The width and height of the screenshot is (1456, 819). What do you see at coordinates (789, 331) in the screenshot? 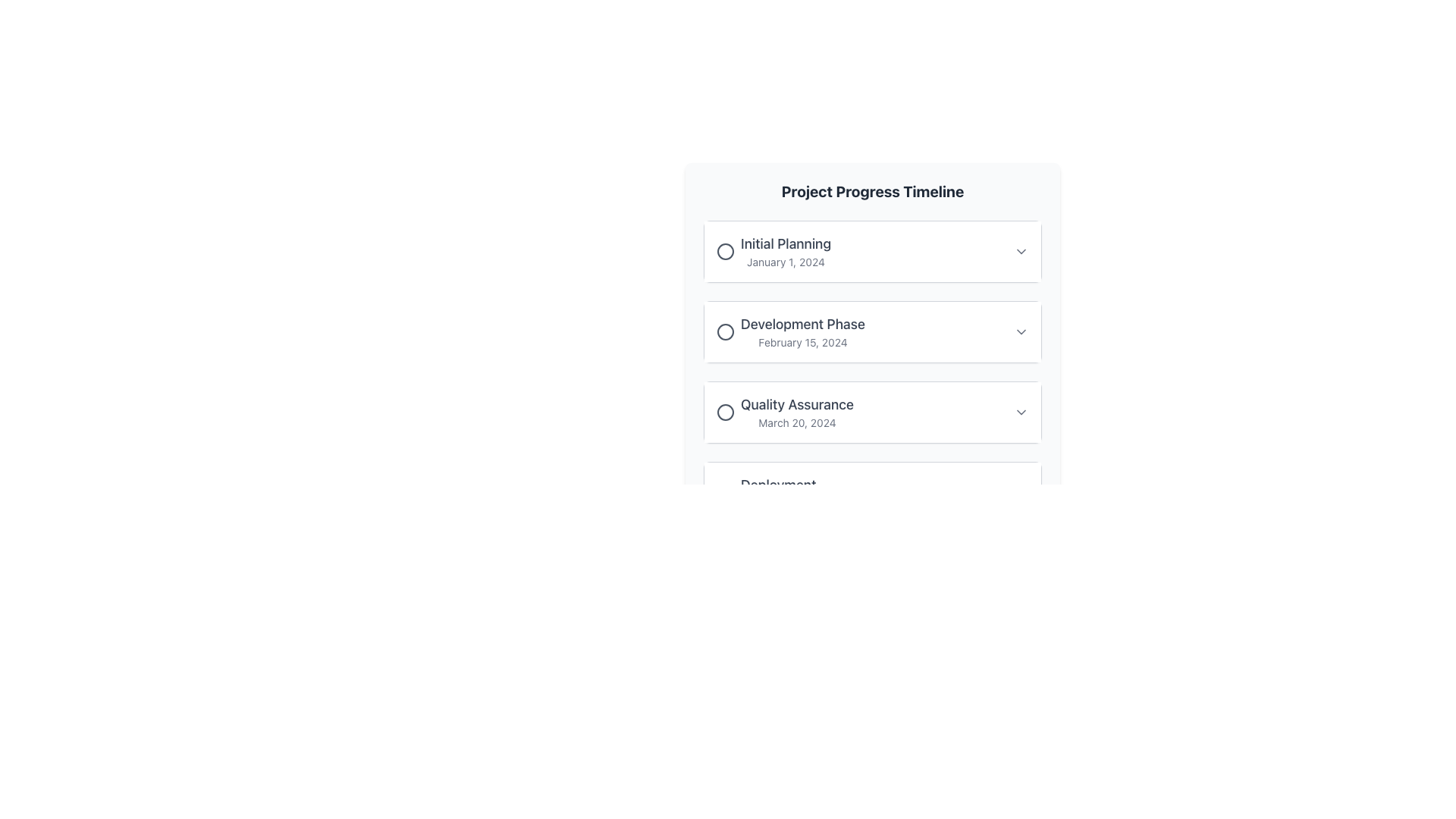
I see `the circular icon of the second list item labeled 'Development Phase' in the 'Project Progress Timeline' section` at bounding box center [789, 331].